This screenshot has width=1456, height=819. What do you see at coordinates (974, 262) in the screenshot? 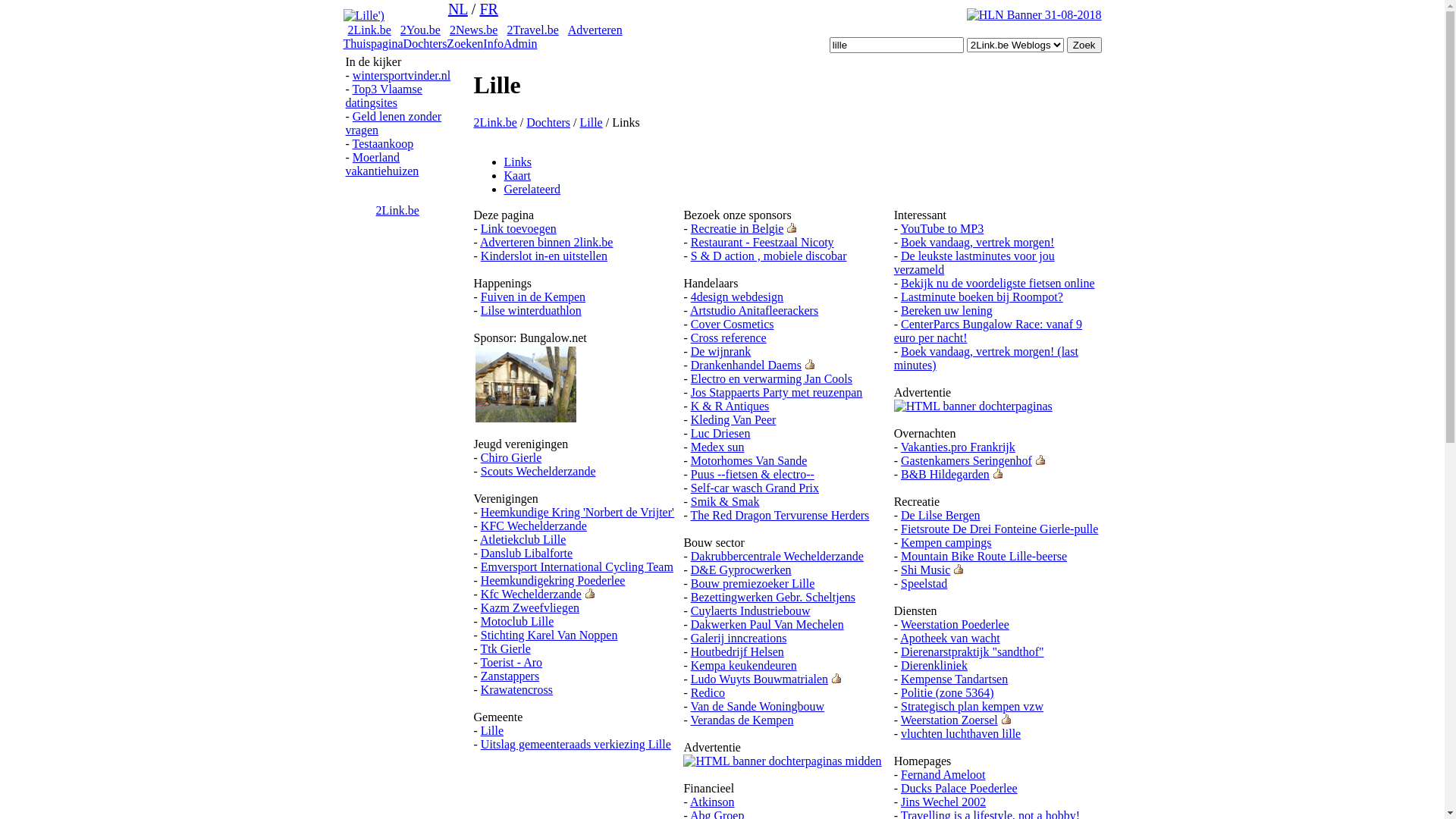
I see `'De leukste lastminutes voor jou verzameld'` at bounding box center [974, 262].